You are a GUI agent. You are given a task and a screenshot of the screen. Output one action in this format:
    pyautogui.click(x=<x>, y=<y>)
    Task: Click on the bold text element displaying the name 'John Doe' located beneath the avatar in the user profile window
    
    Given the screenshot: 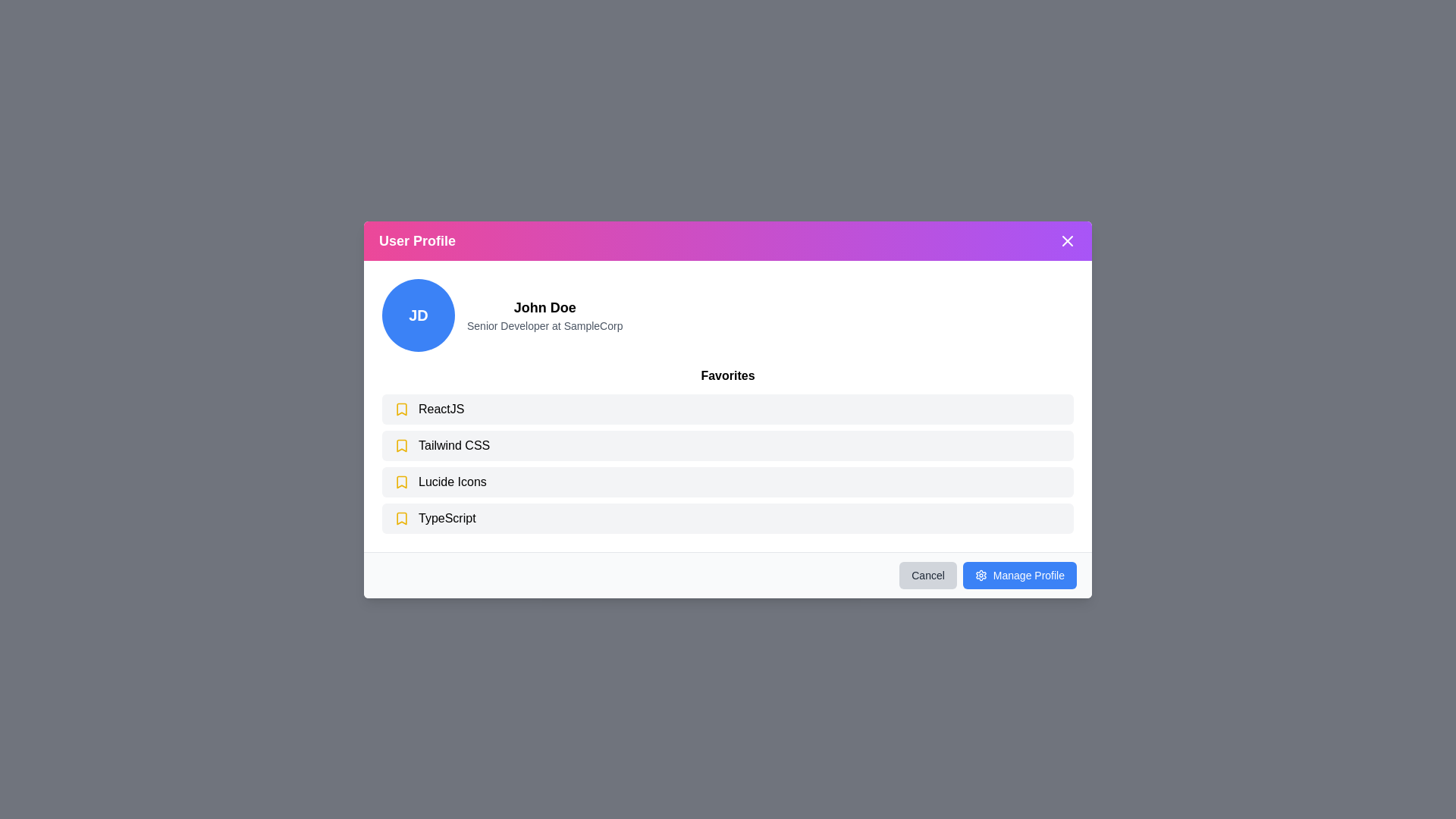 What is the action you would take?
    pyautogui.click(x=544, y=307)
    